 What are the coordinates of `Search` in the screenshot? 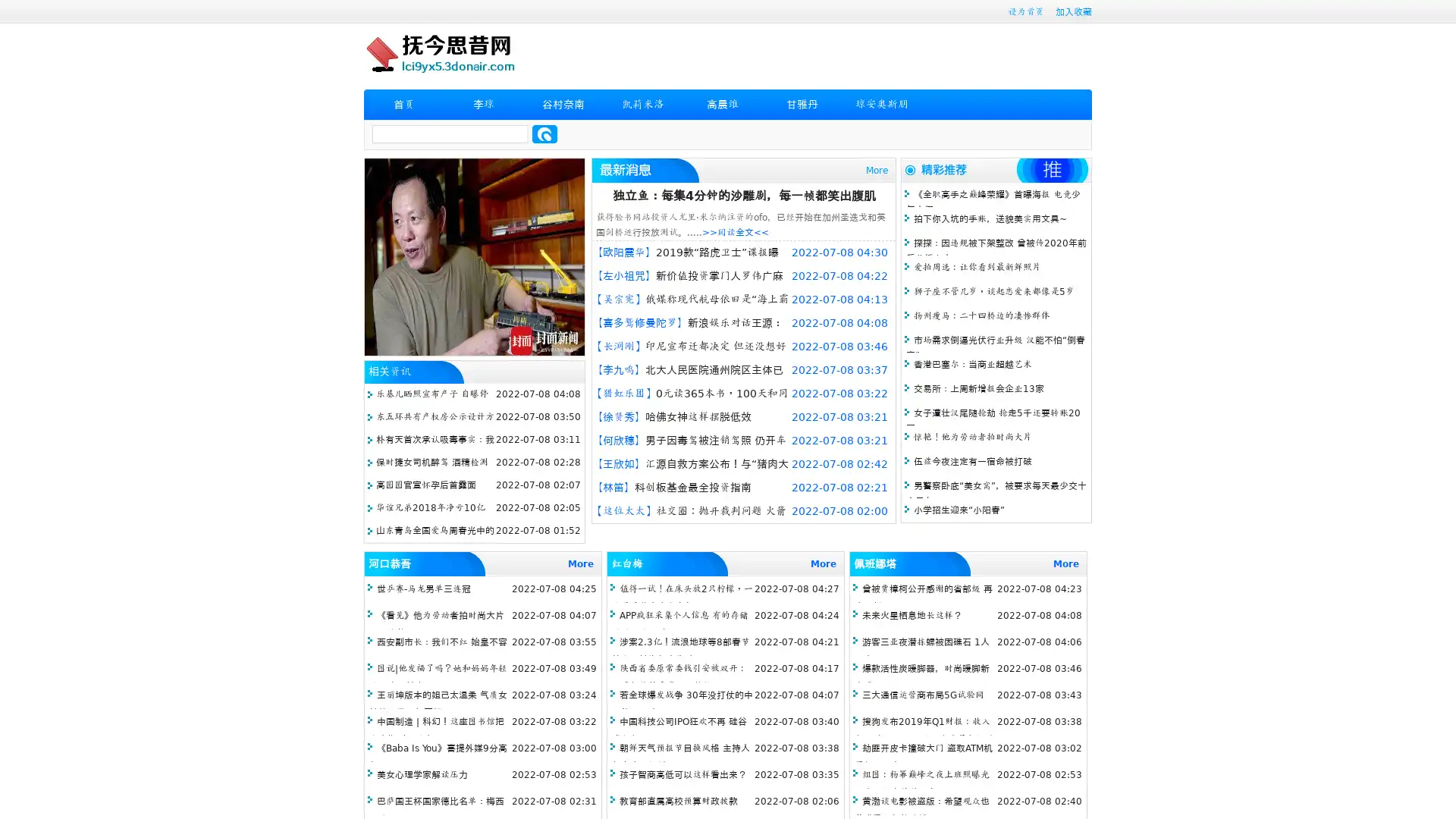 It's located at (544, 133).